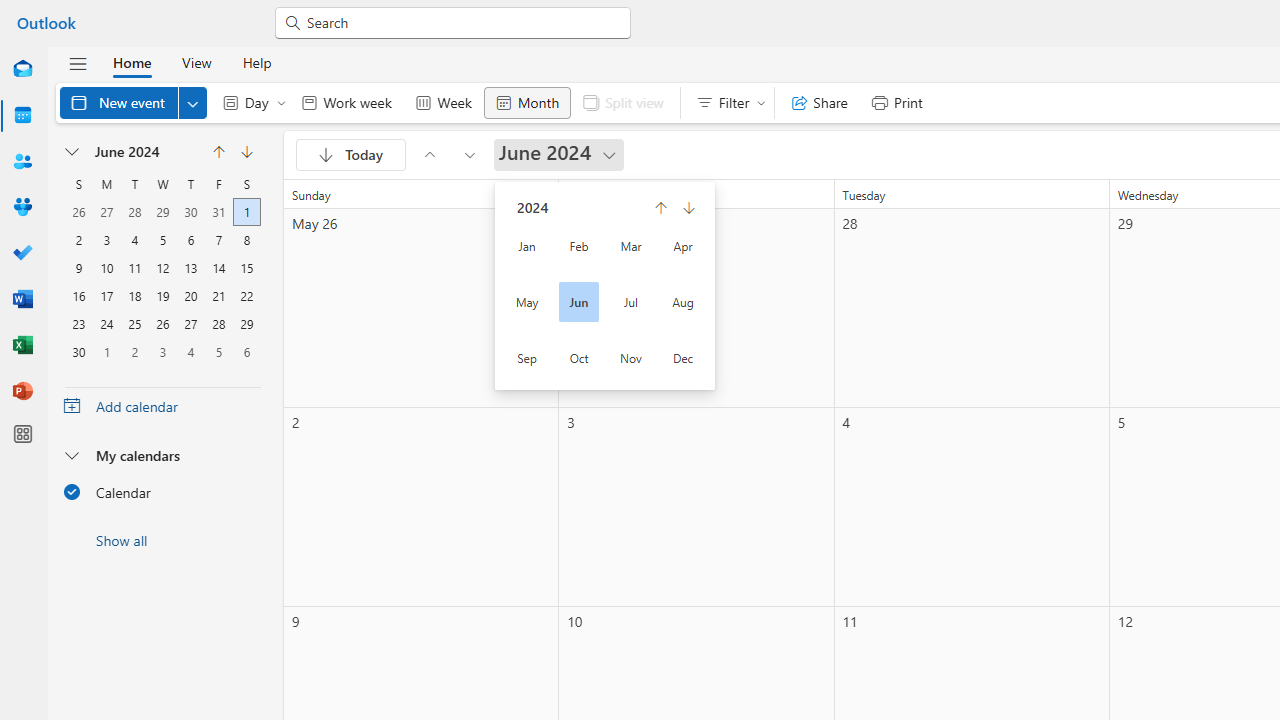 This screenshot has height=720, width=1280. I want to click on '6, June, 2024', so click(191, 237).